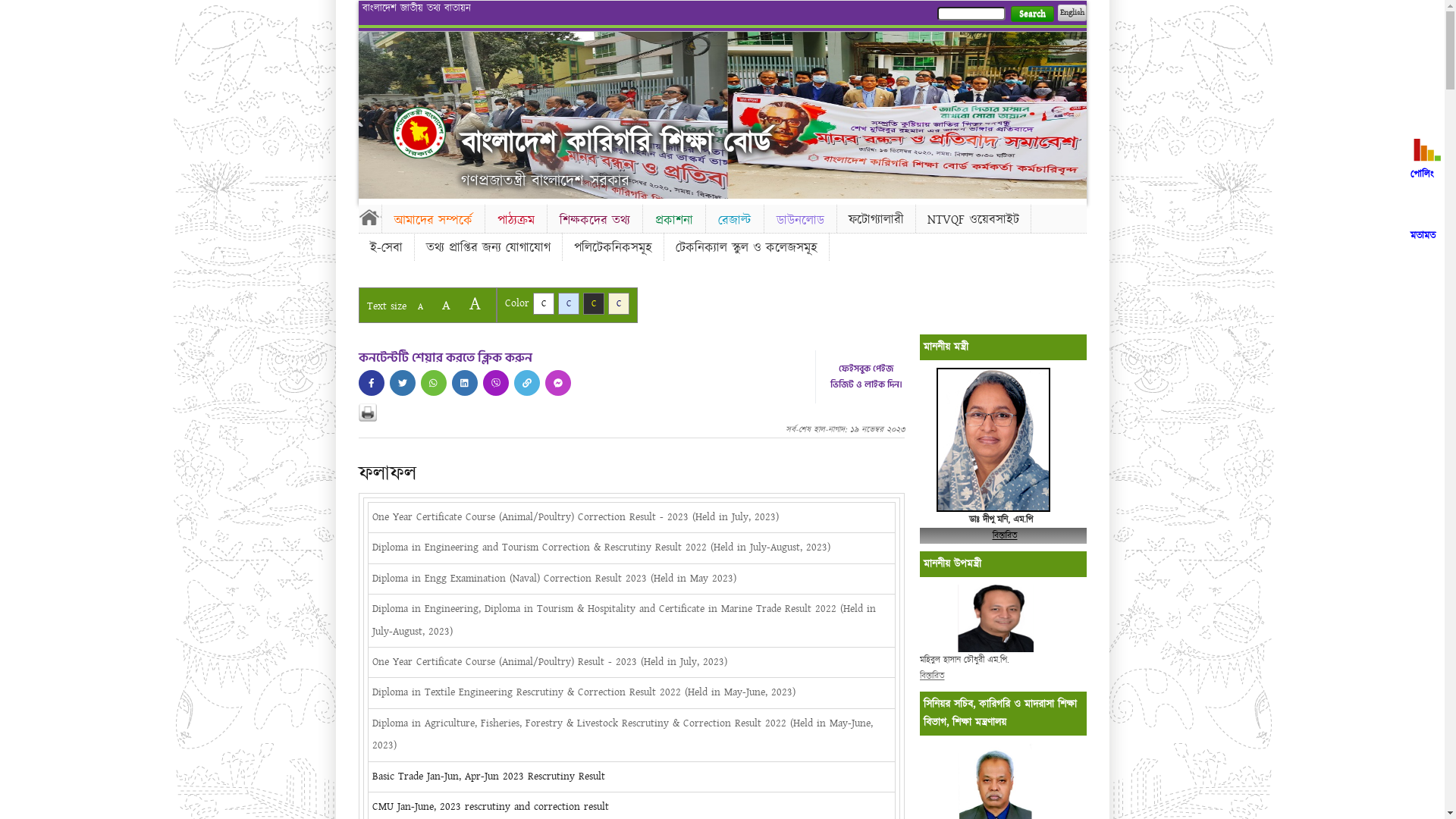 The image size is (1456, 819). What do you see at coordinates (542, 303) in the screenshot?
I see `'C'` at bounding box center [542, 303].